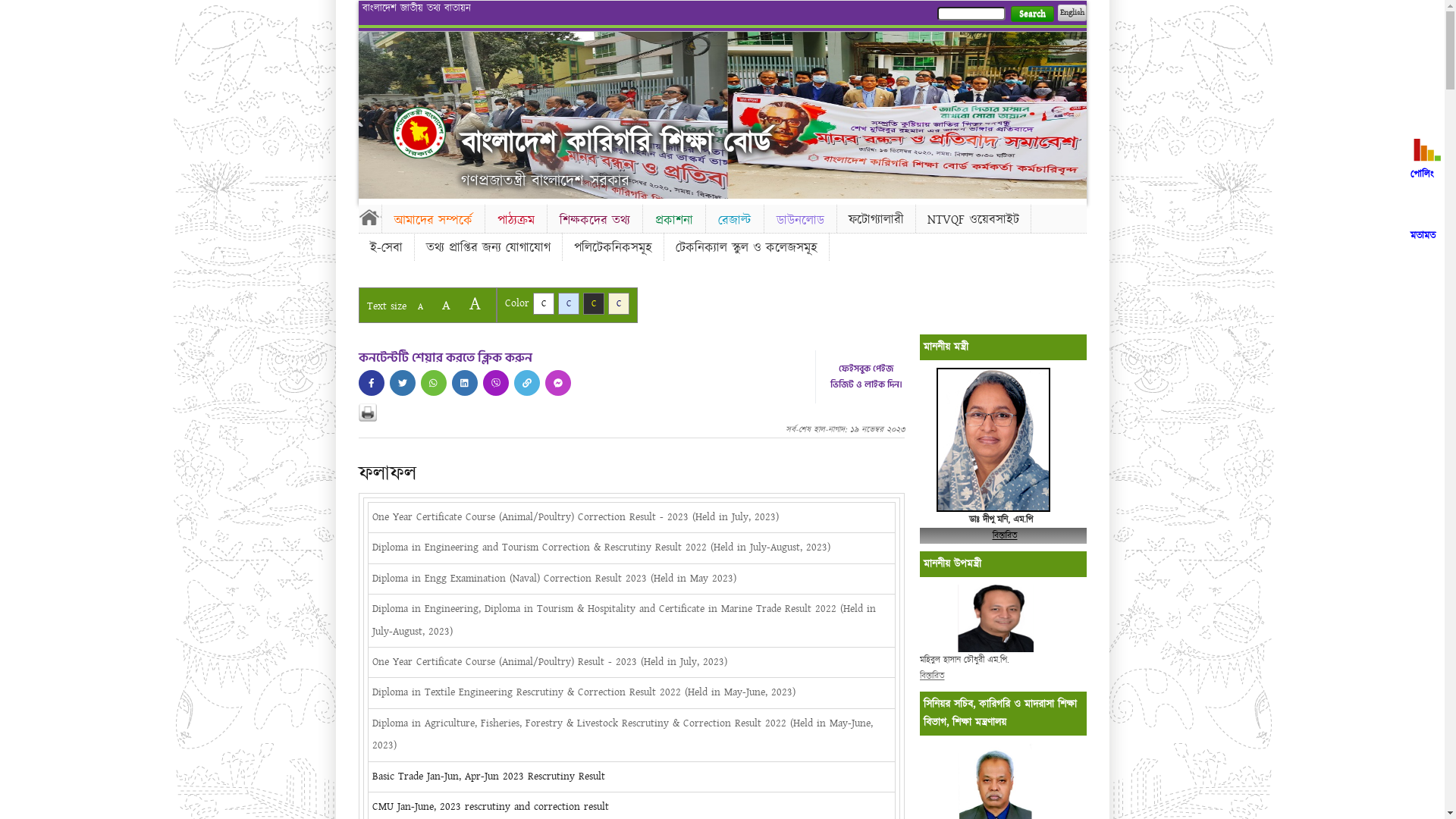 The image size is (1456, 819). What do you see at coordinates (542, 303) in the screenshot?
I see `'C'` at bounding box center [542, 303].